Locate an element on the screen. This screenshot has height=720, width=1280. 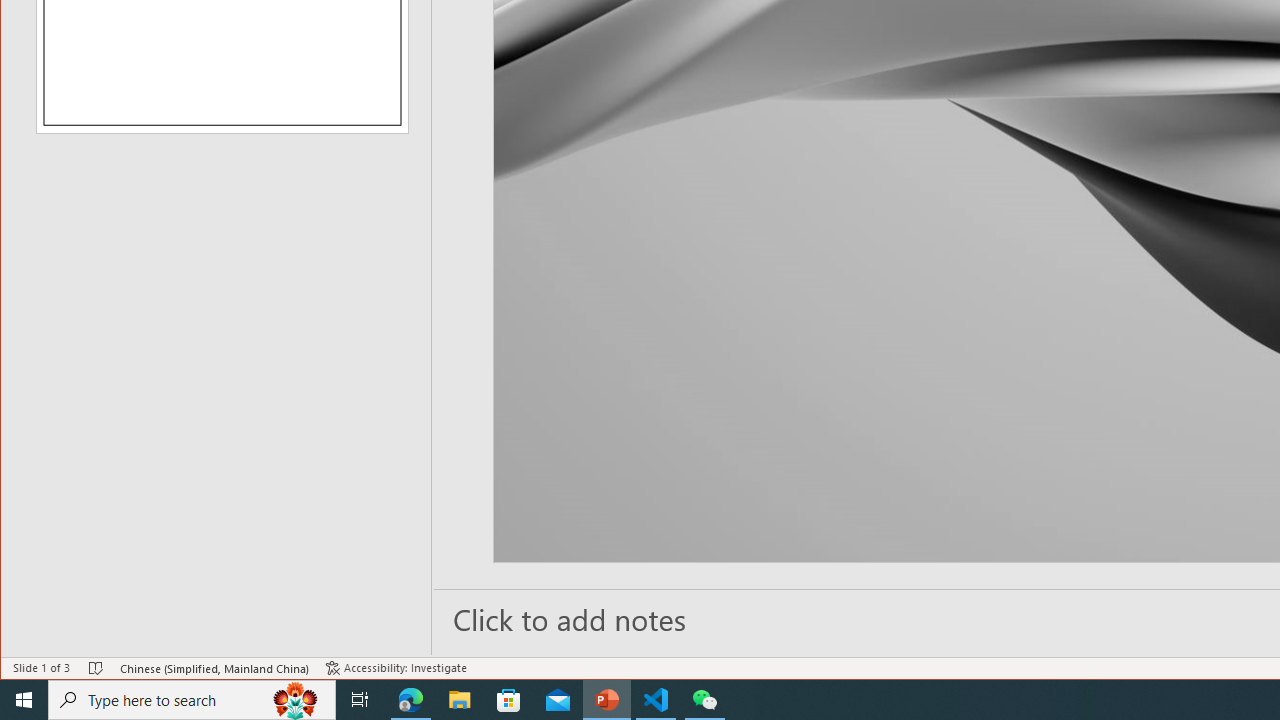
'Microsoft Edge - 1 running window' is located at coordinates (410, 698).